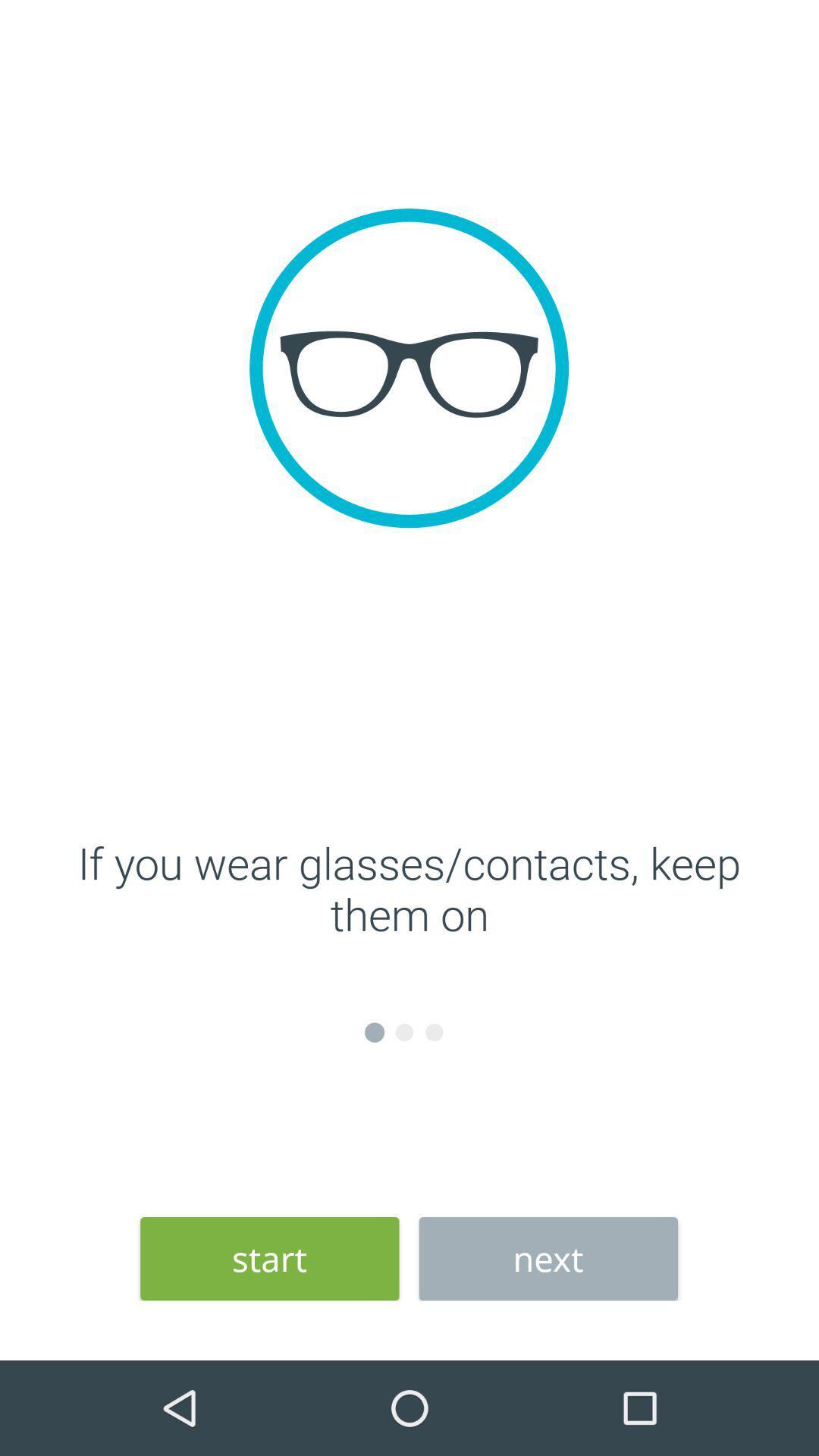 This screenshot has height=1456, width=819. What do you see at coordinates (548, 1259) in the screenshot?
I see `the next at the bottom right corner` at bounding box center [548, 1259].